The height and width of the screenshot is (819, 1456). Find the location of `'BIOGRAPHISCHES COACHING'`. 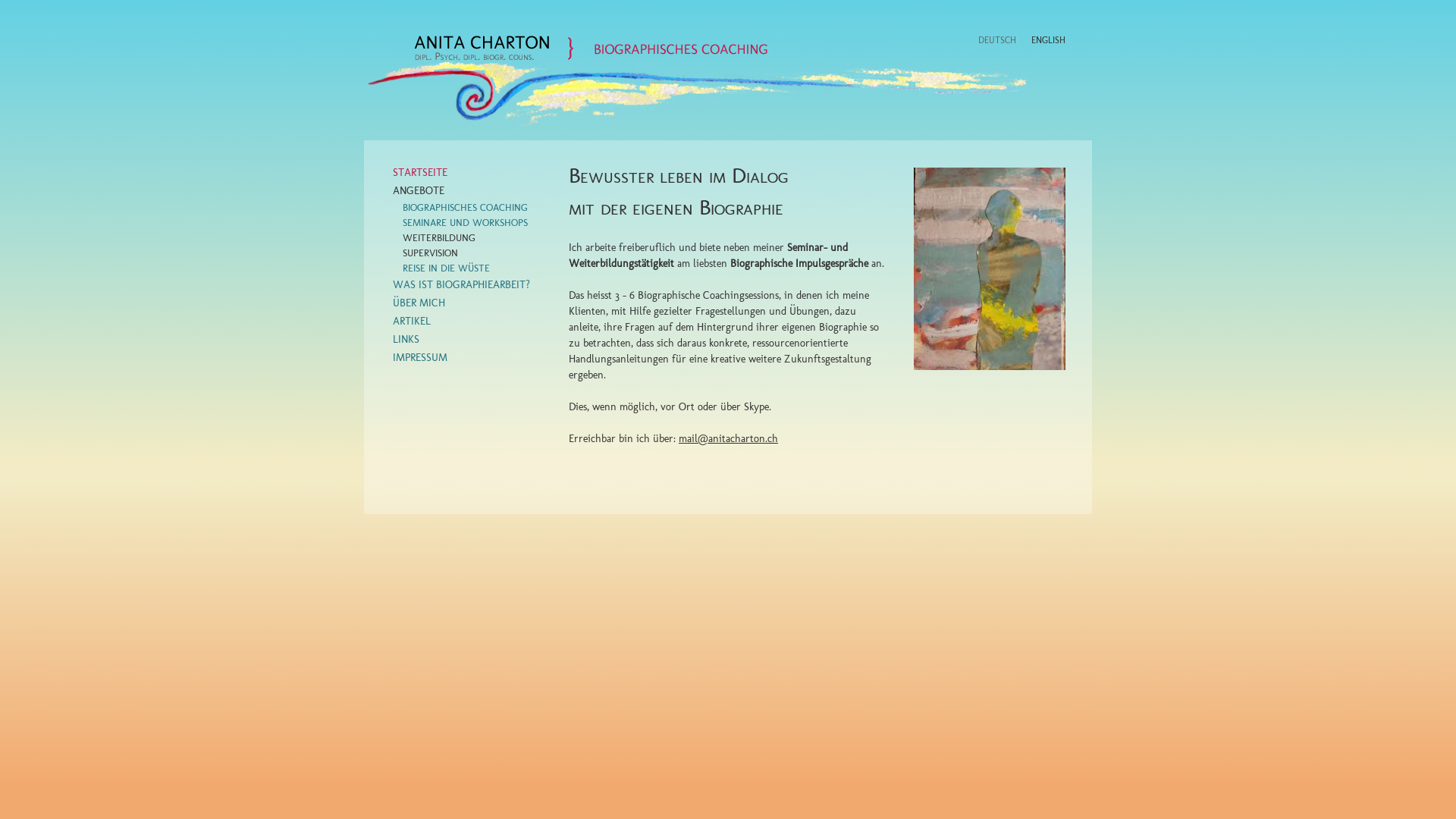

'BIOGRAPHISCHES COACHING' is located at coordinates (464, 207).